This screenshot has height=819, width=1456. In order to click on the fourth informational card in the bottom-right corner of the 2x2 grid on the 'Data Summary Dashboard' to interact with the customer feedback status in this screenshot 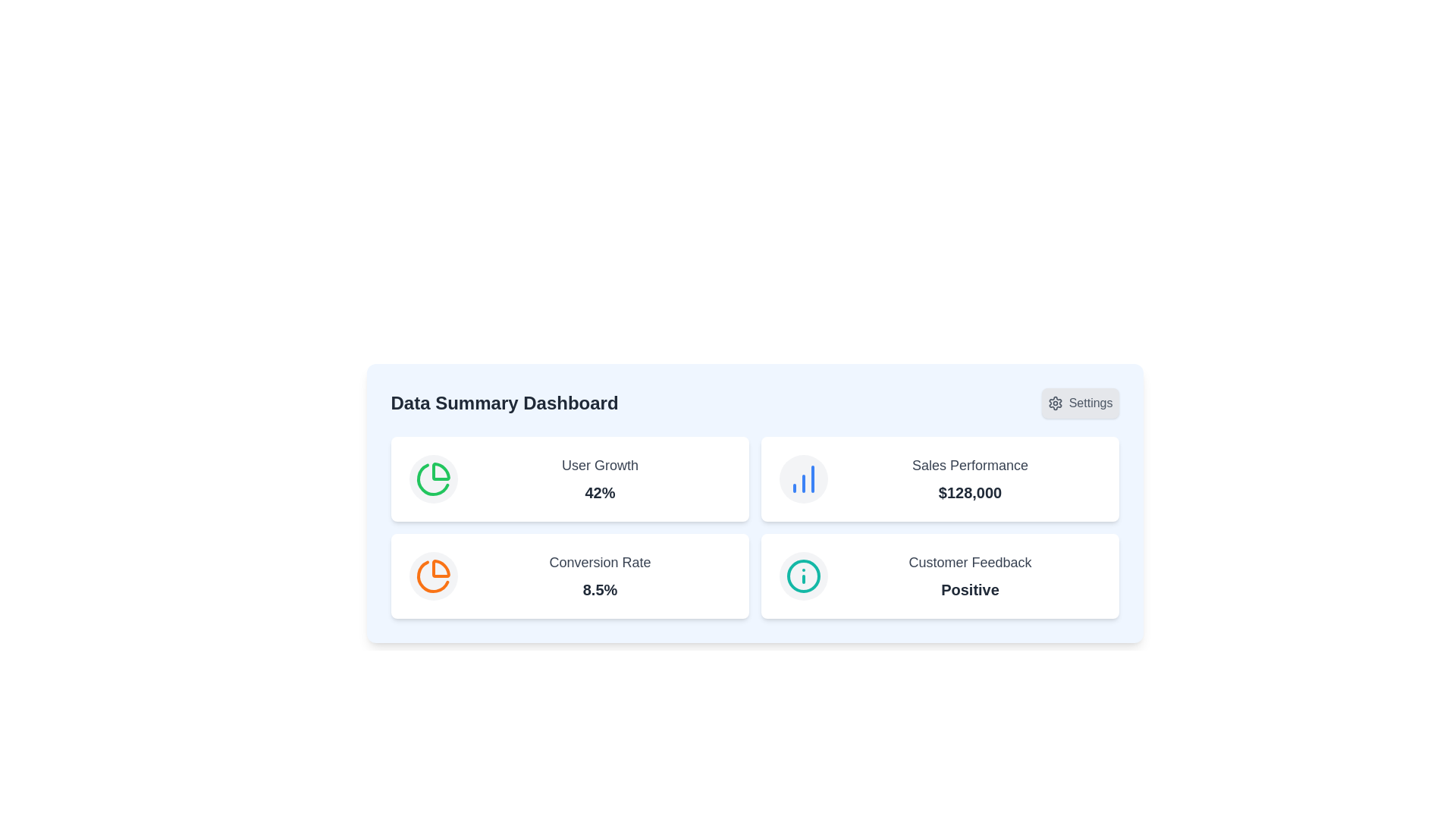, I will do `click(939, 576)`.